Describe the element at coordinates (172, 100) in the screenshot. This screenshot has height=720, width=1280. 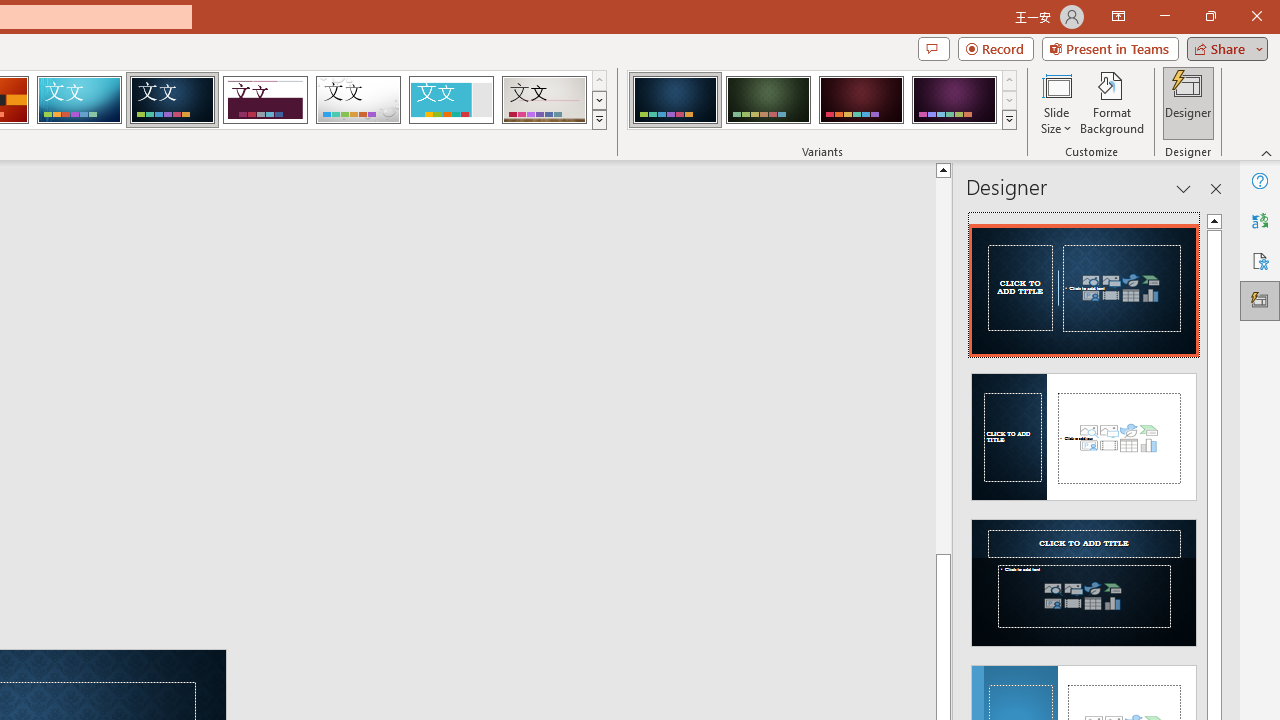
I see `'Damask'` at that location.